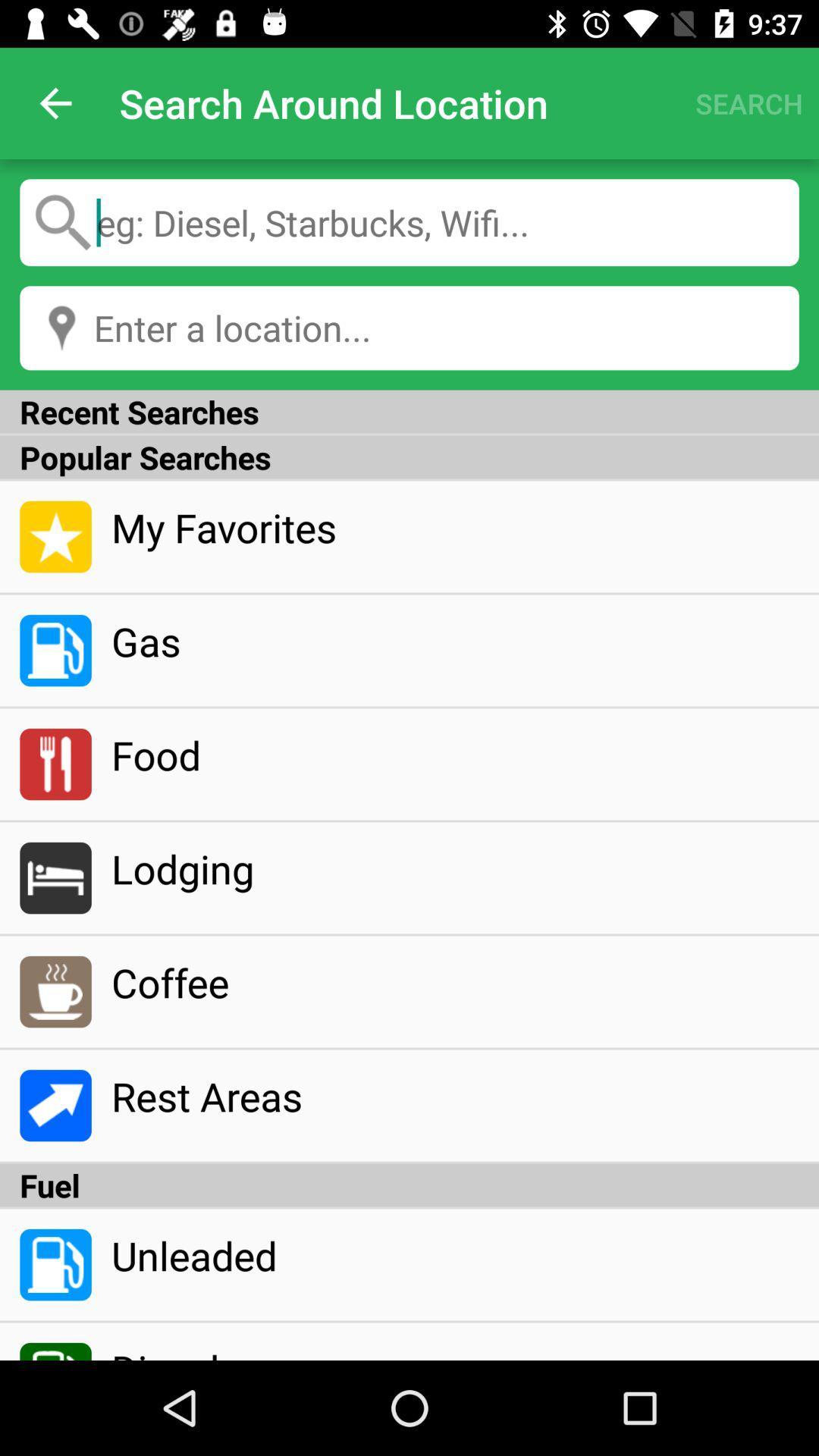  I want to click on the popular searches icon, so click(409, 457).